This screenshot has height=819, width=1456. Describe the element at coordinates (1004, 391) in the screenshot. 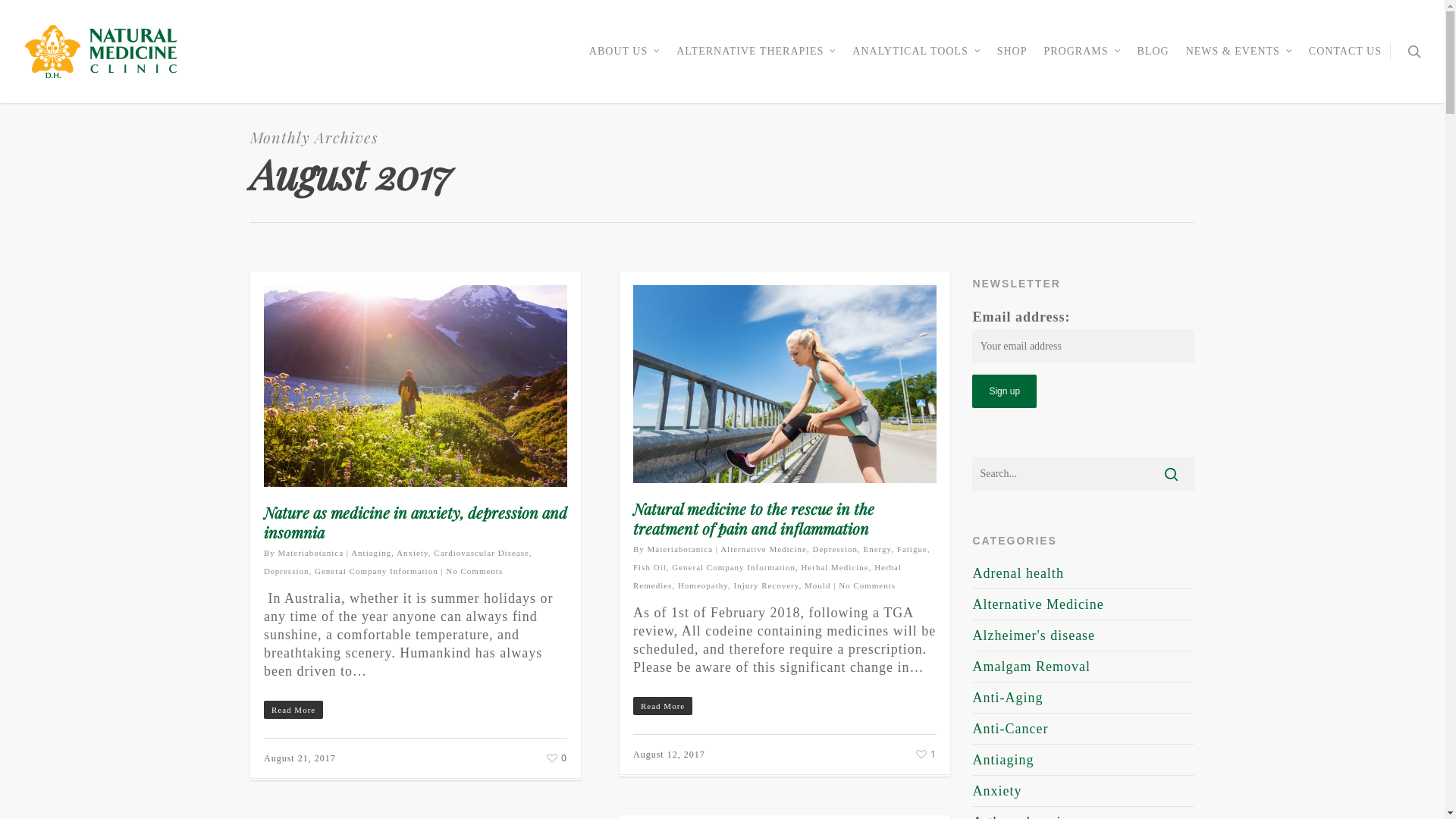

I see `'Sign up'` at that location.